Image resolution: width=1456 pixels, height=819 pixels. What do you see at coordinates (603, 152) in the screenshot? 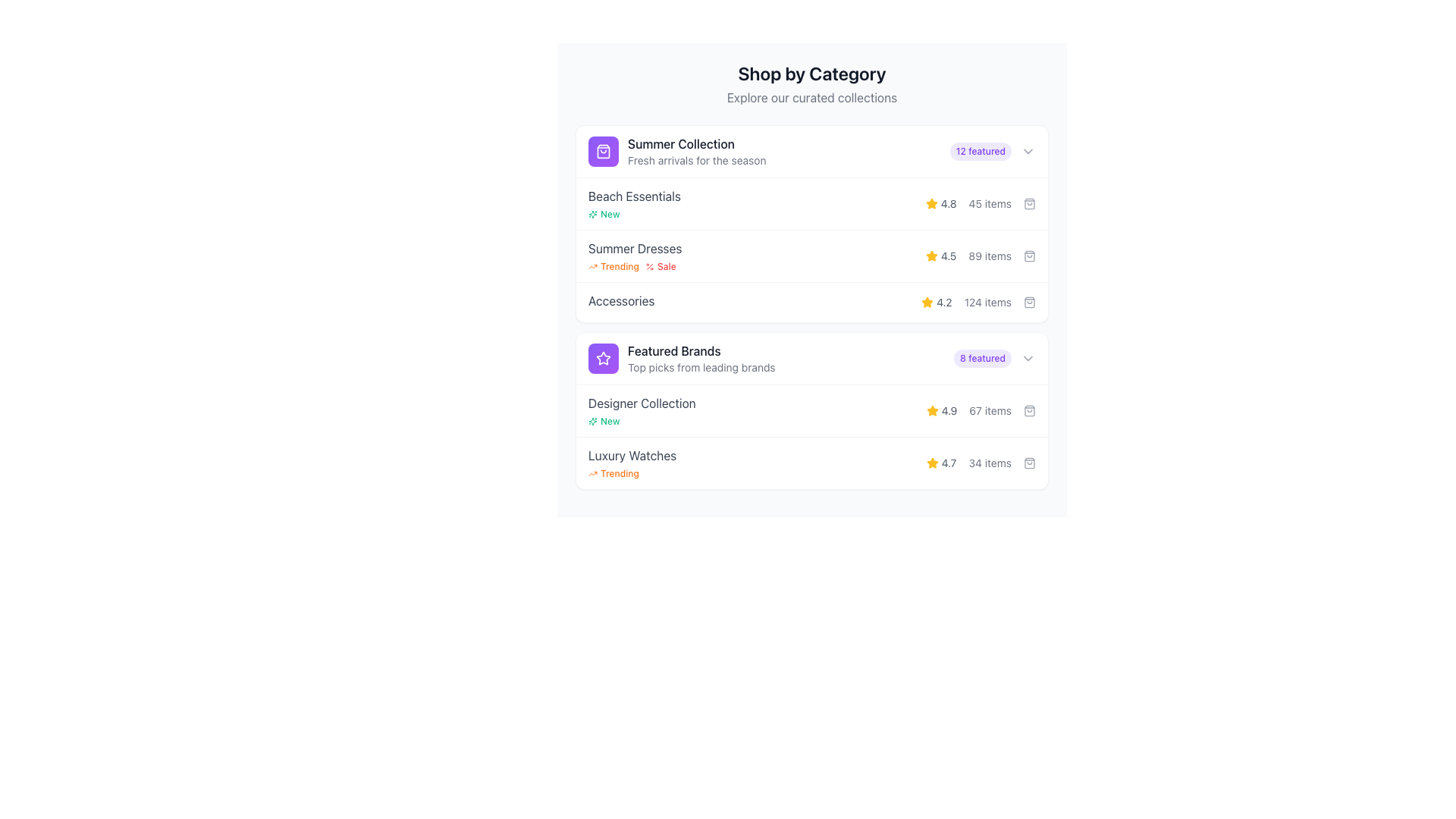
I see `the square-shaped icon with a gradient background transitioning from violet to purple, which contains a white shopping bag graphic. This icon is located in the left section of the row labeled 'Summer Collection', next to the text 'Summer Collection' and 'Fresh arrivals for the season'` at bounding box center [603, 152].